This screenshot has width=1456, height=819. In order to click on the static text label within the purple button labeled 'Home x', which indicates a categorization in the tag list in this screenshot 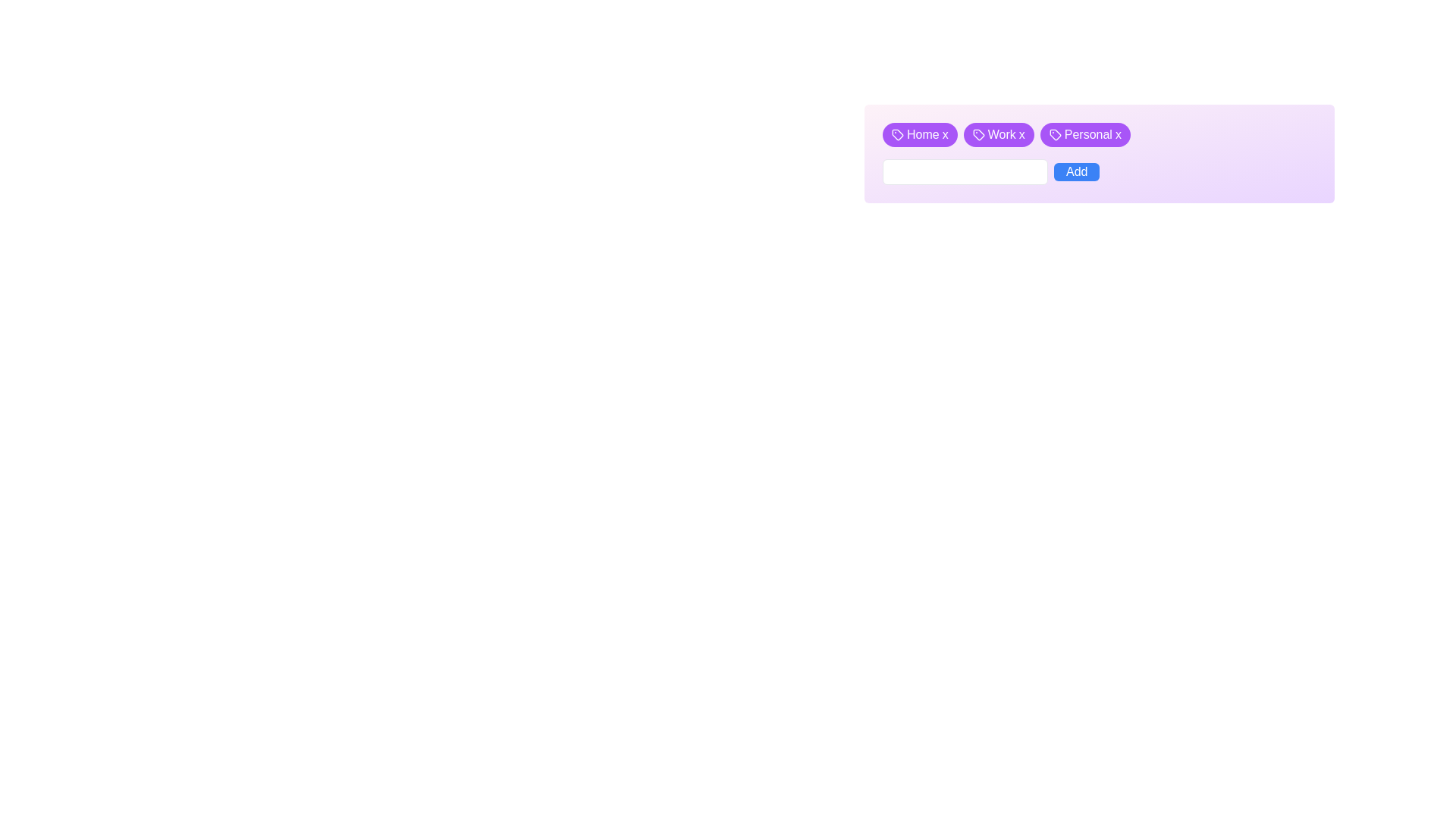, I will do `click(922, 133)`.